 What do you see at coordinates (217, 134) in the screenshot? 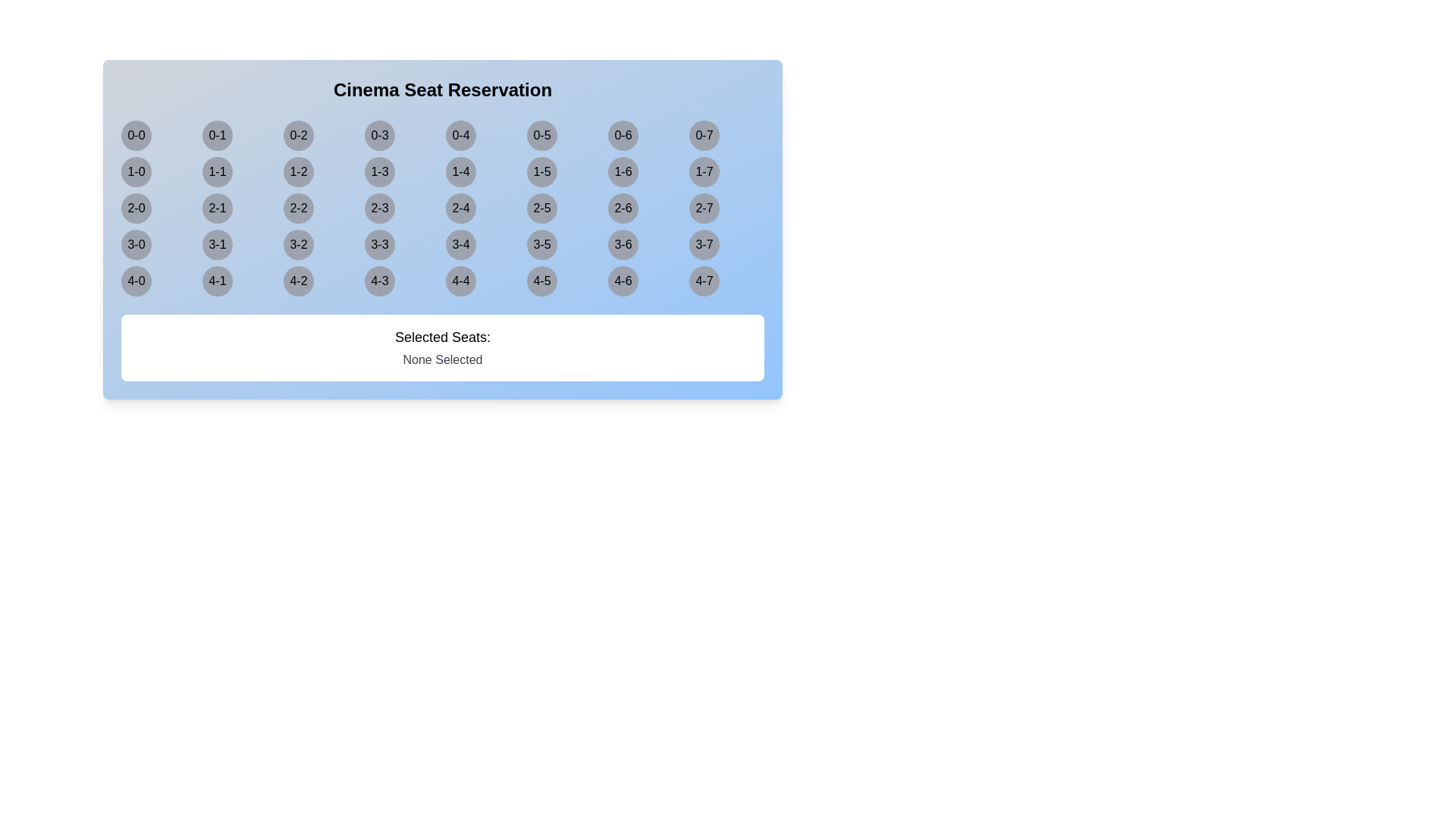
I see `the circular button labeled '0-1' with a gray background` at bounding box center [217, 134].